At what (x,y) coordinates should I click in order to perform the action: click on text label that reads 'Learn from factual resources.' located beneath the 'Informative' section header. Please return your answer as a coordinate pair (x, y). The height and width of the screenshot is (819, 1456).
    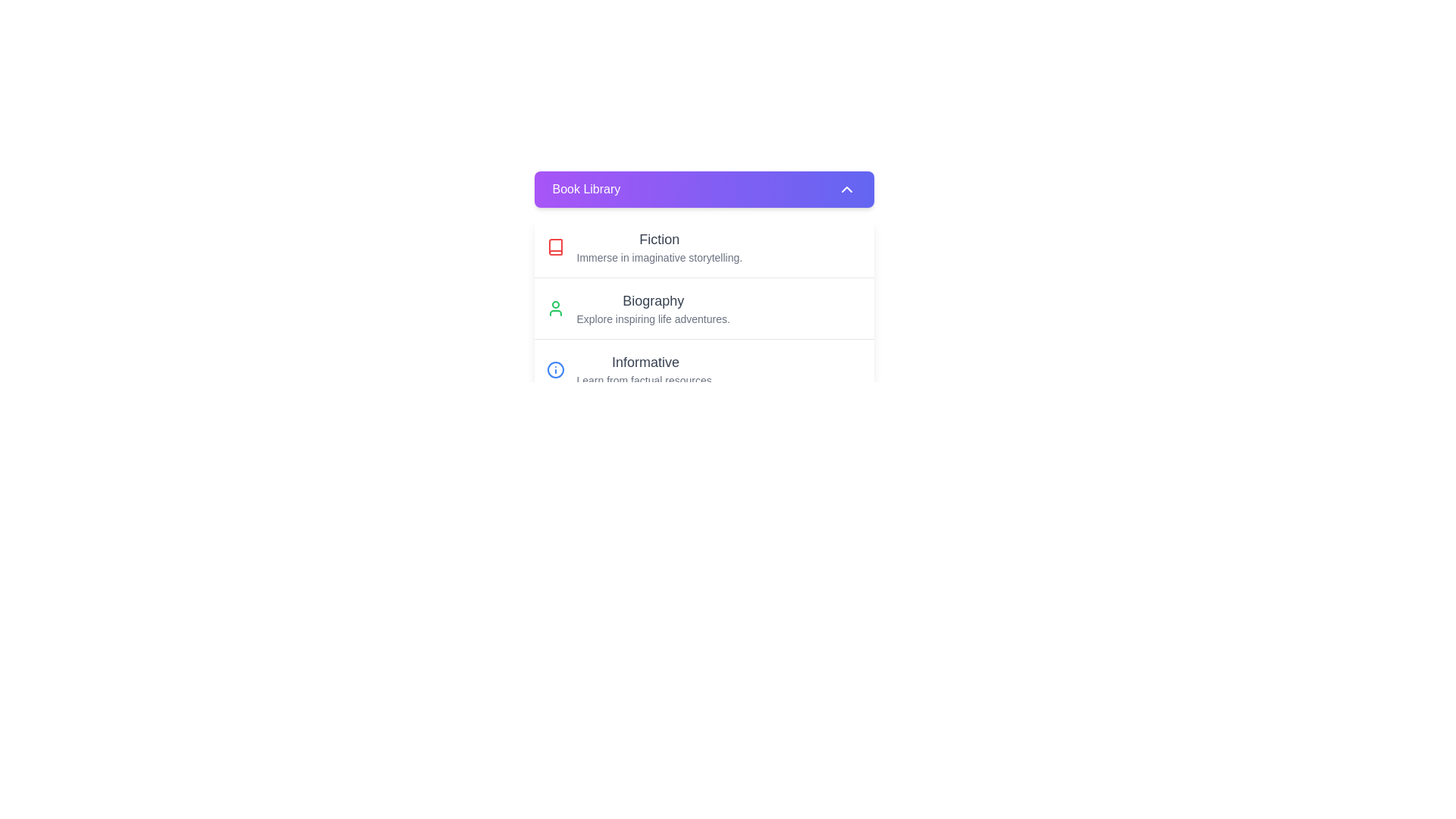
    Looking at the image, I should click on (645, 379).